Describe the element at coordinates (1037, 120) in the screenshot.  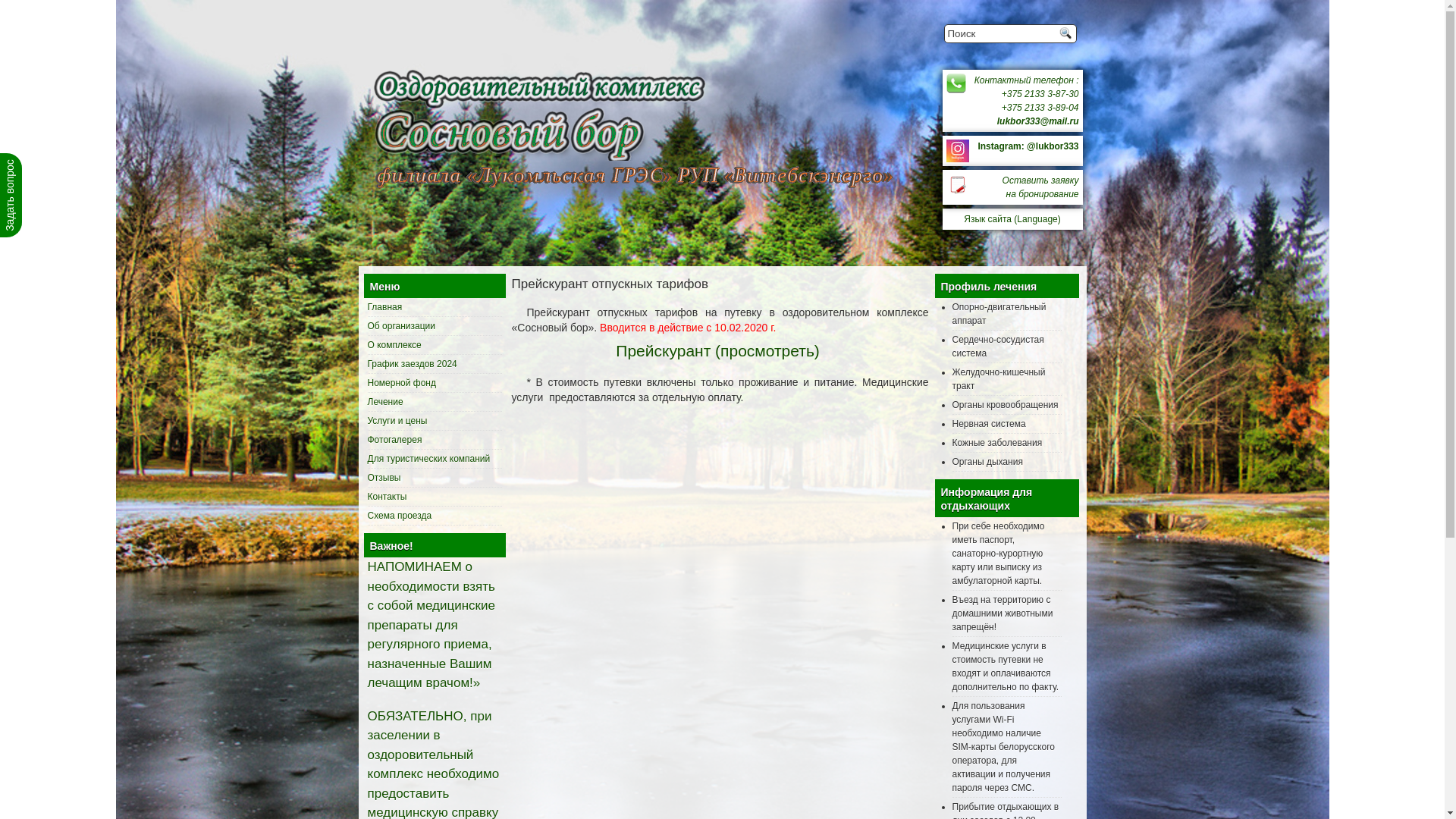
I see `'lukbor333@mail.ru'` at that location.